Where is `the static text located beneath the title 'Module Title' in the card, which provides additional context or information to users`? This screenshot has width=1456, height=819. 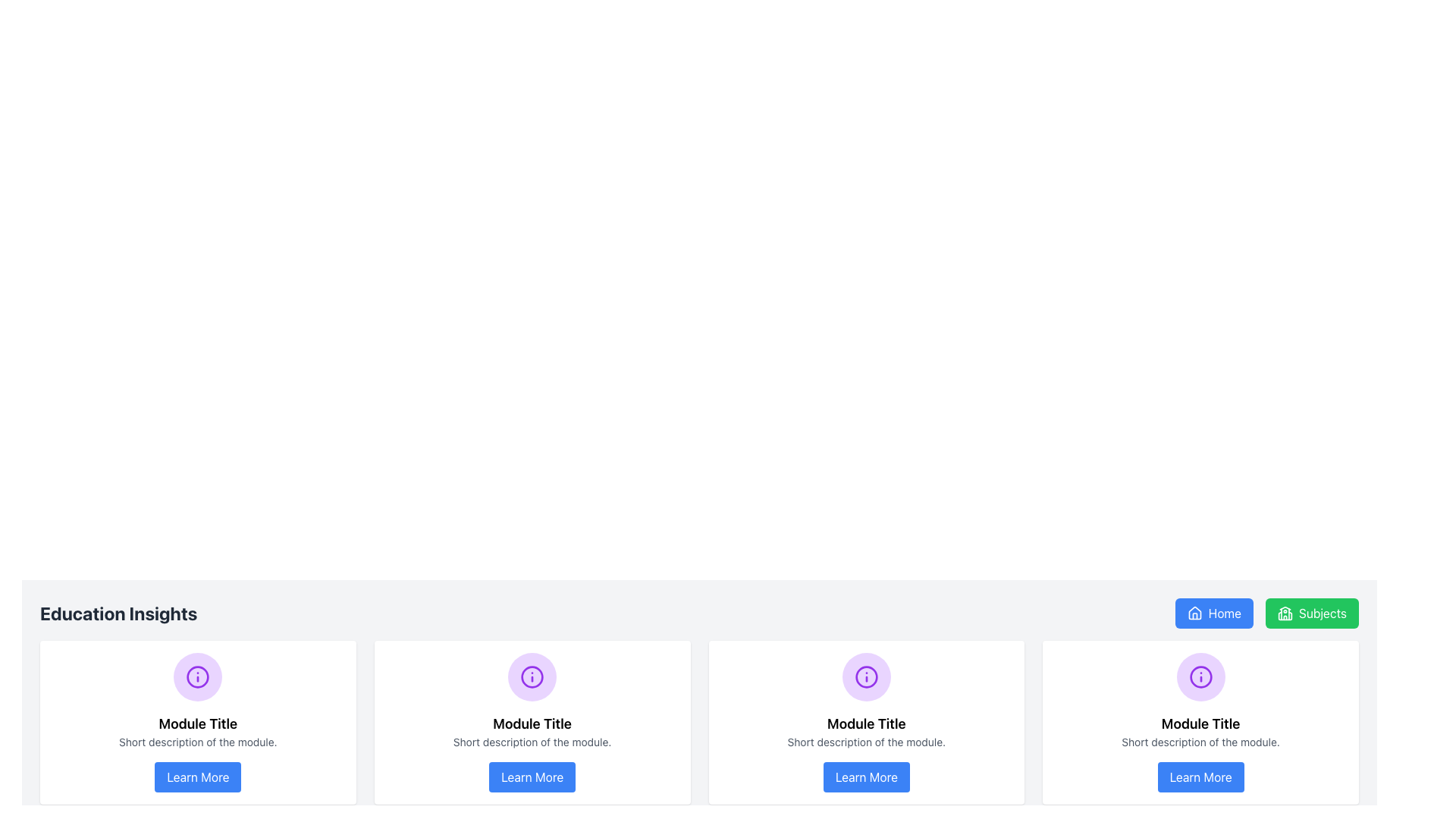 the static text located beneath the title 'Module Title' in the card, which provides additional context or information to users is located at coordinates (866, 742).